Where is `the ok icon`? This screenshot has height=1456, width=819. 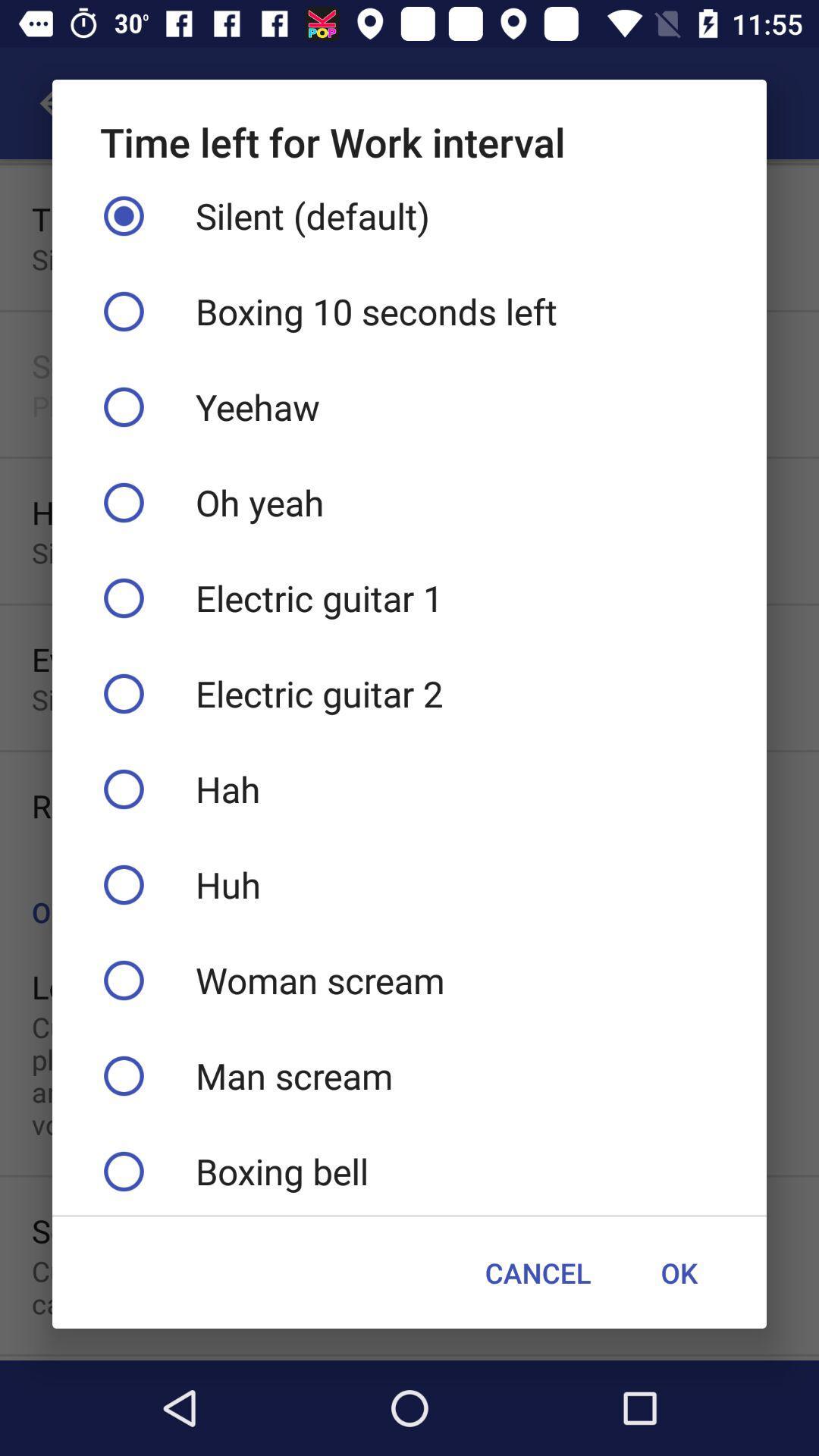 the ok icon is located at coordinates (678, 1272).